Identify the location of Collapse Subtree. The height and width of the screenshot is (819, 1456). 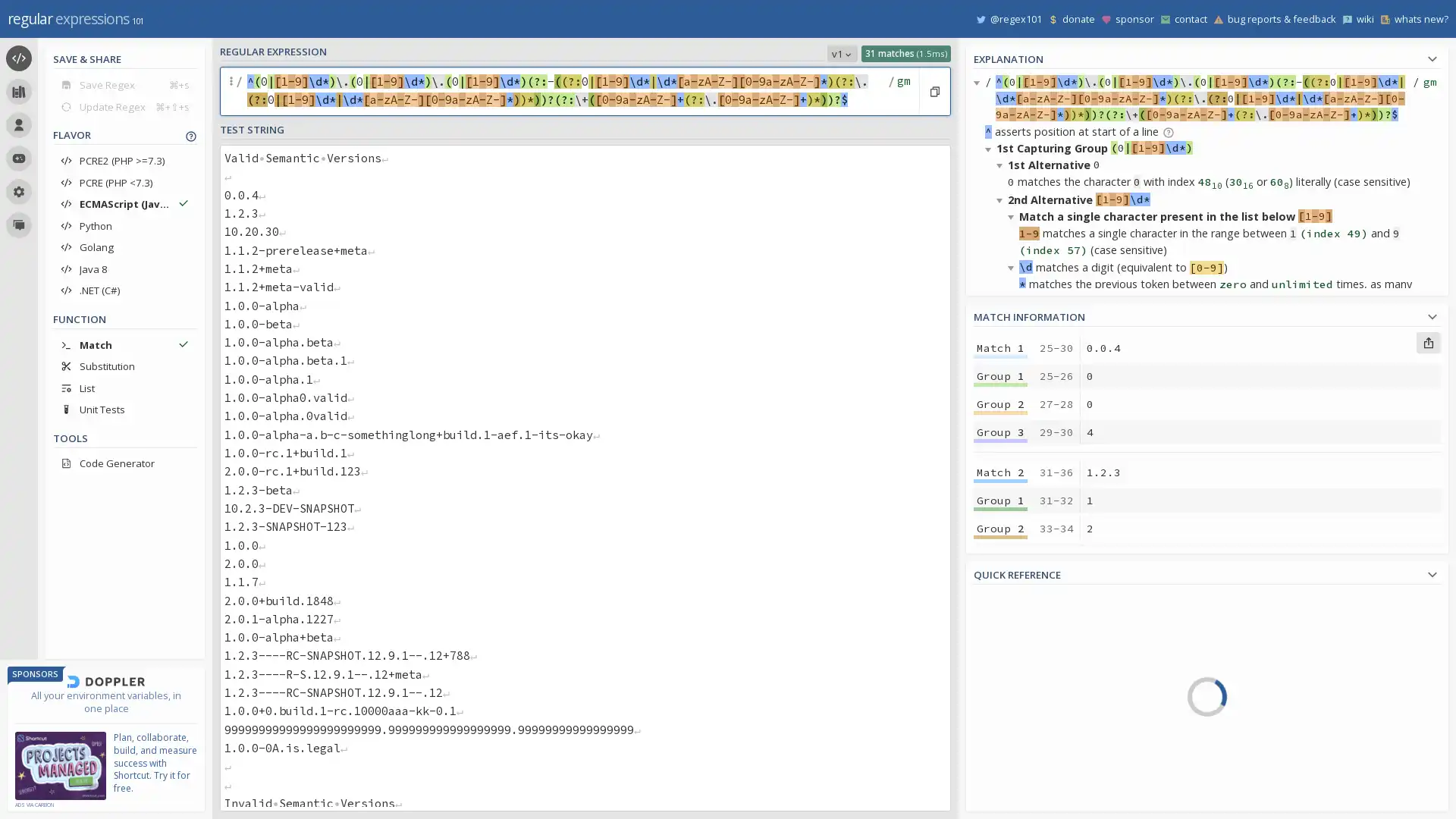
(1002, 541).